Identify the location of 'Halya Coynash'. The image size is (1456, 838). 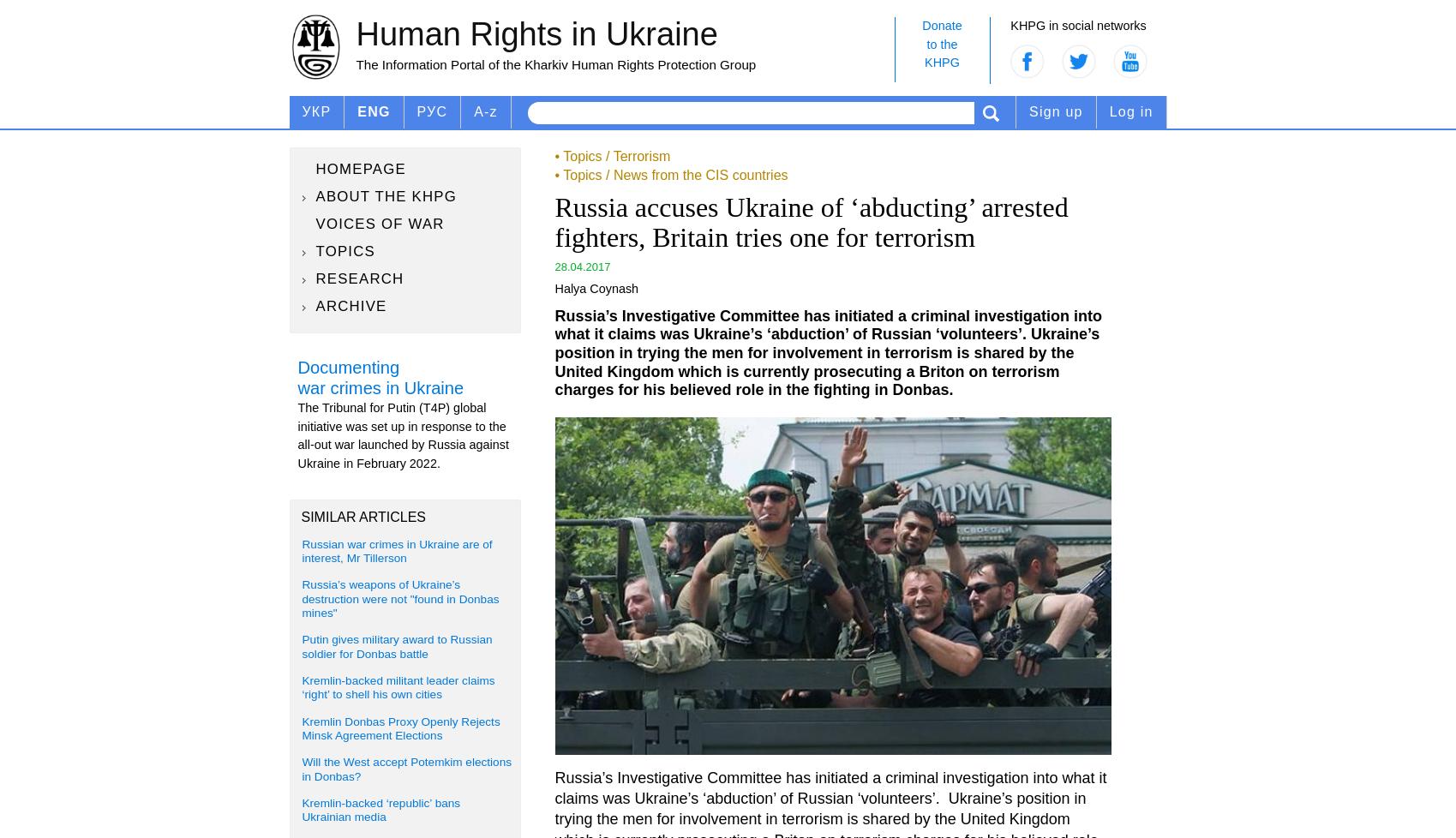
(596, 288).